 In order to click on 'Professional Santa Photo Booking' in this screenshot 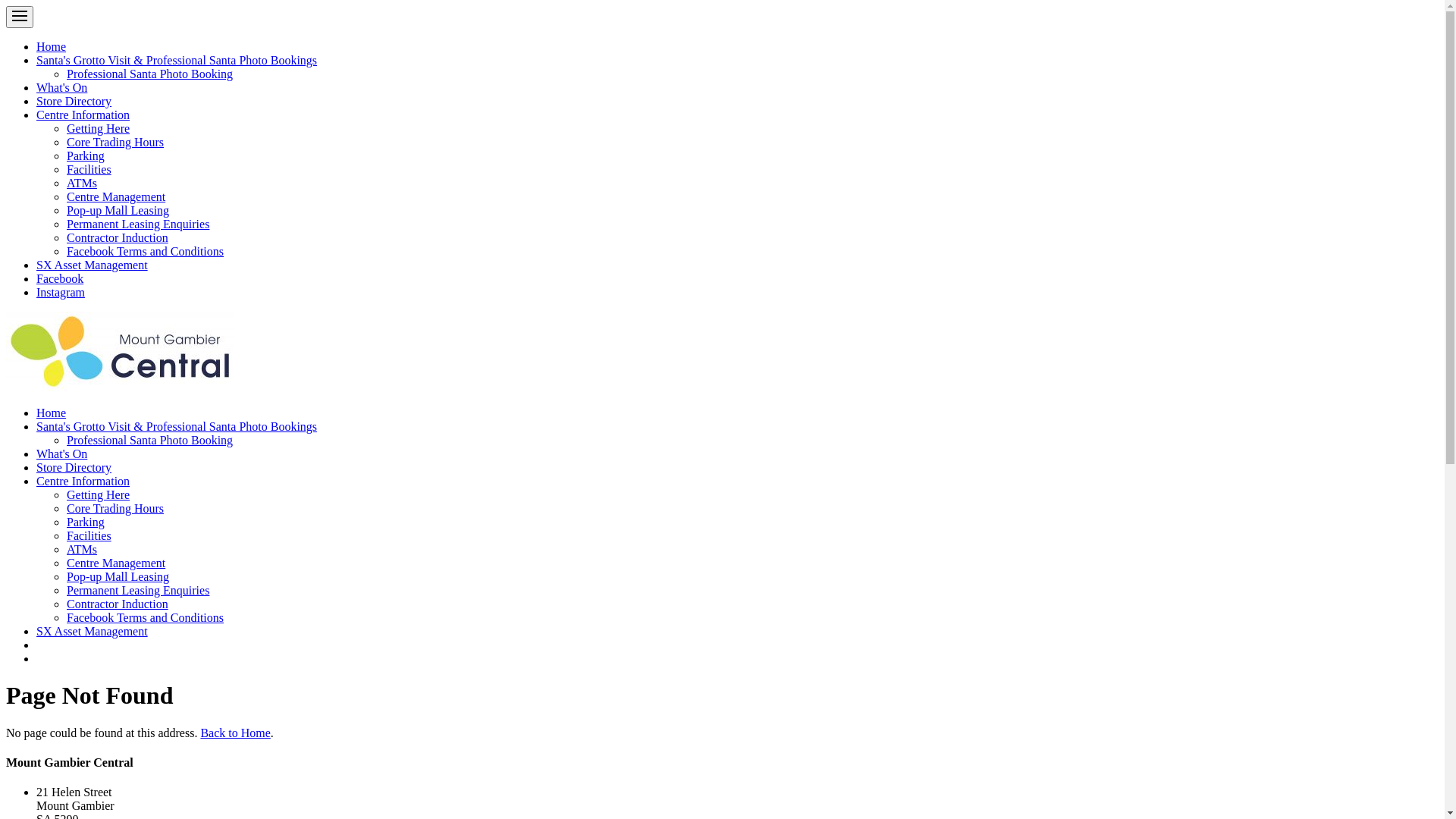, I will do `click(149, 74)`.